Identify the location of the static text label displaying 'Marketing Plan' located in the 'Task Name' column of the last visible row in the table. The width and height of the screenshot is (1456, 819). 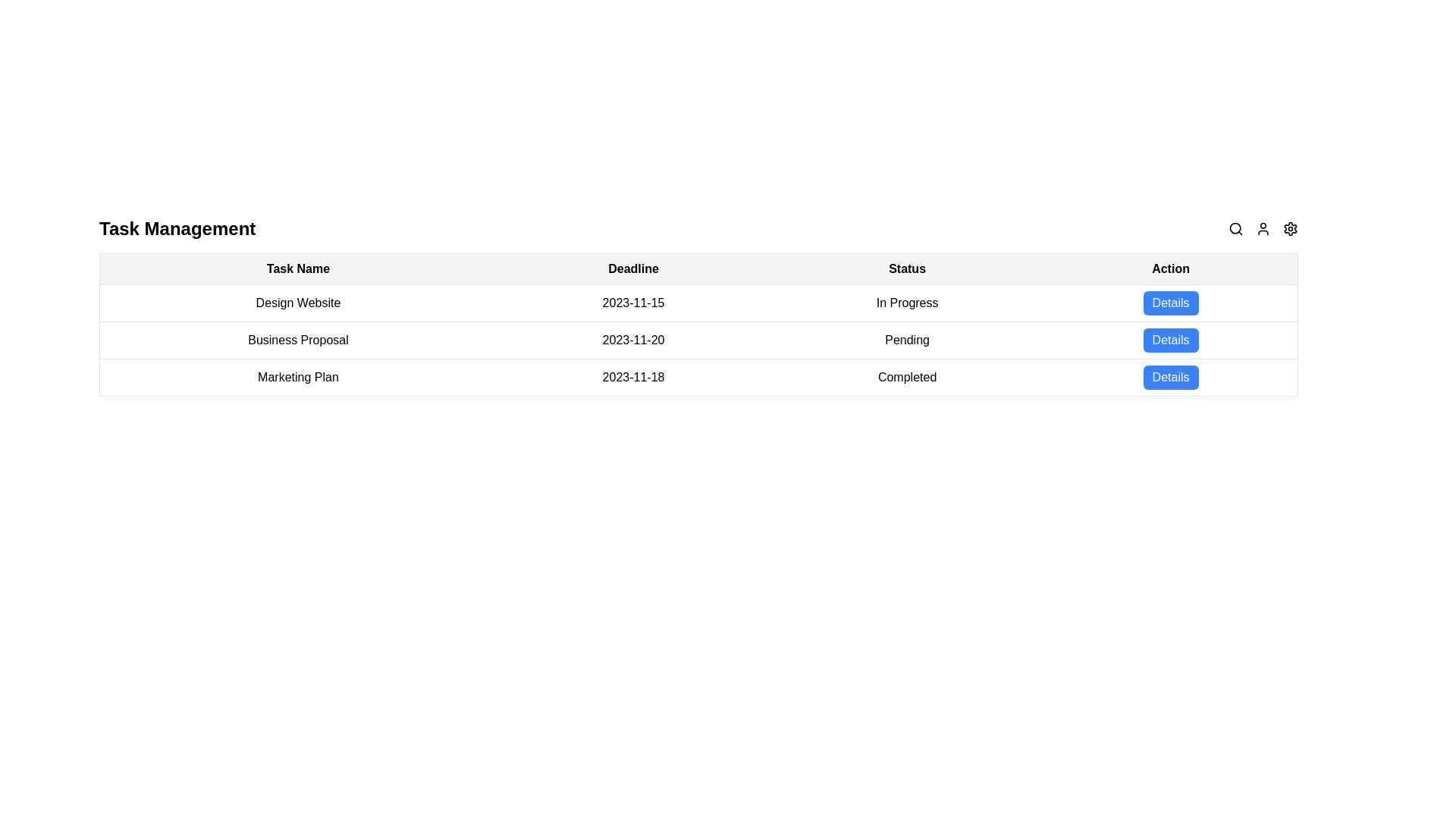
(298, 376).